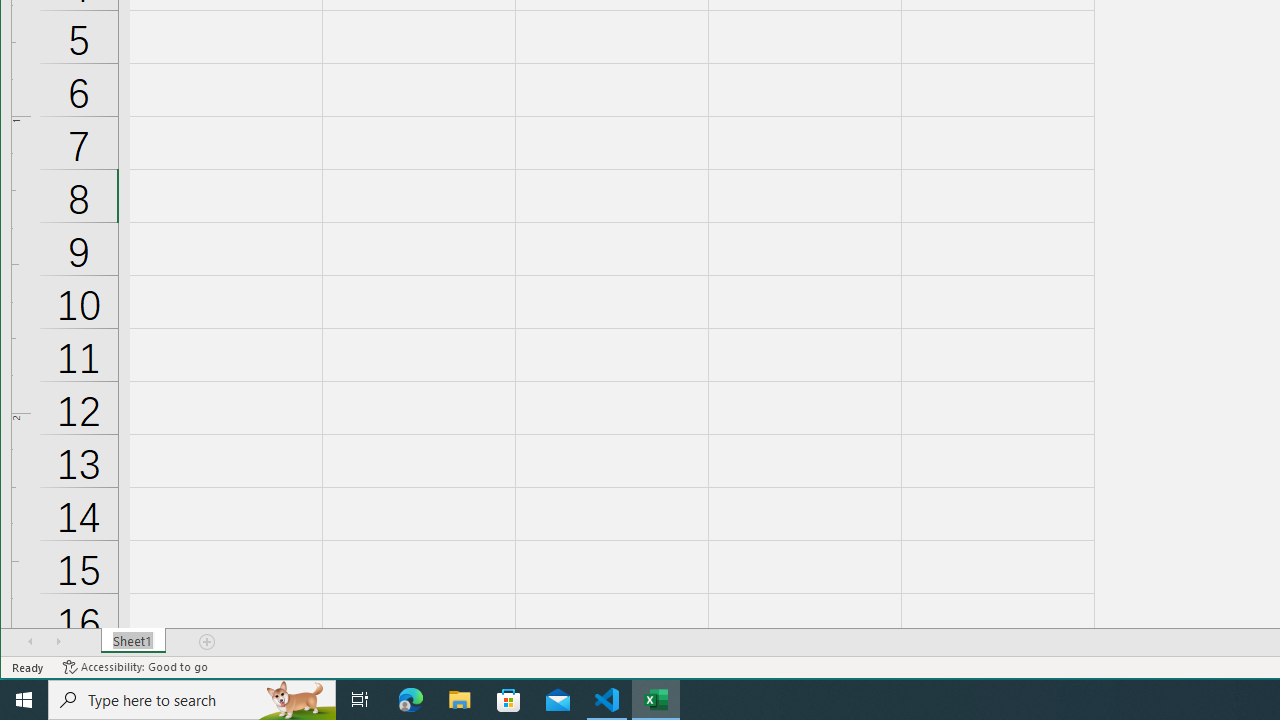 This screenshot has width=1280, height=720. Describe the element at coordinates (410, 698) in the screenshot. I see `'Microsoft Edge'` at that location.